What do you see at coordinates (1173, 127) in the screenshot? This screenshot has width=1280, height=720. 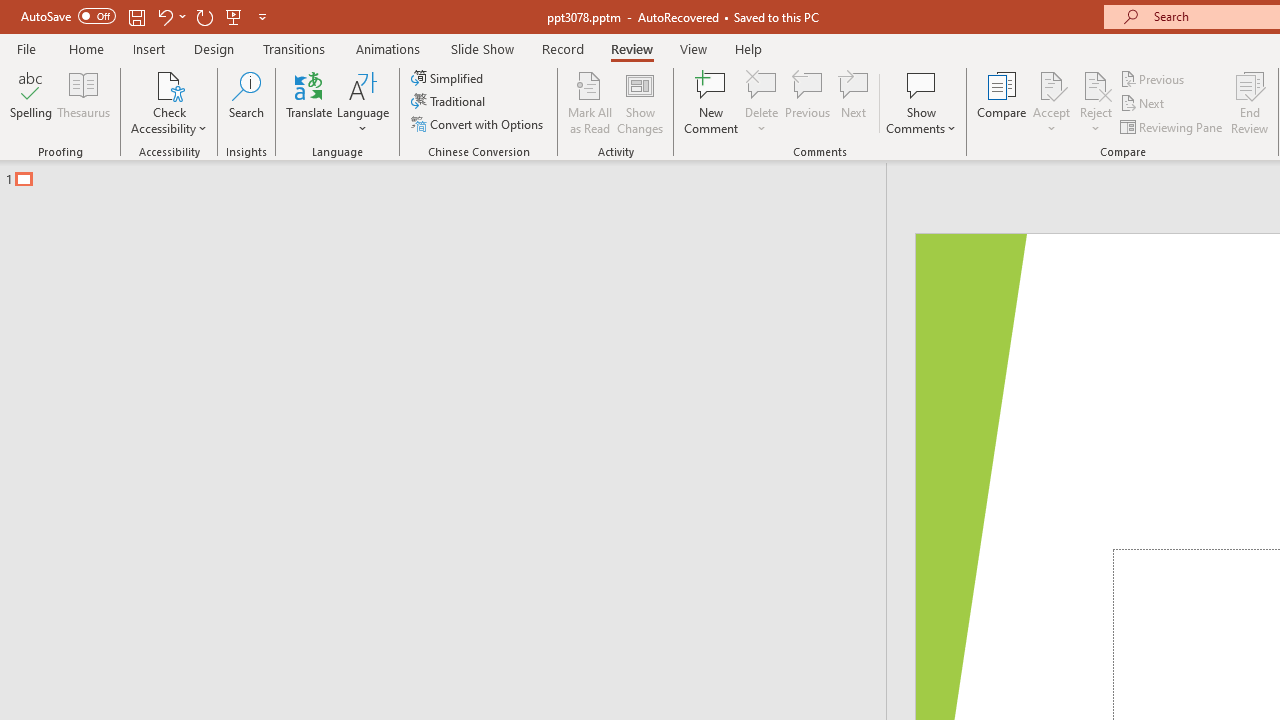 I see `'Reviewing Pane'` at bounding box center [1173, 127].